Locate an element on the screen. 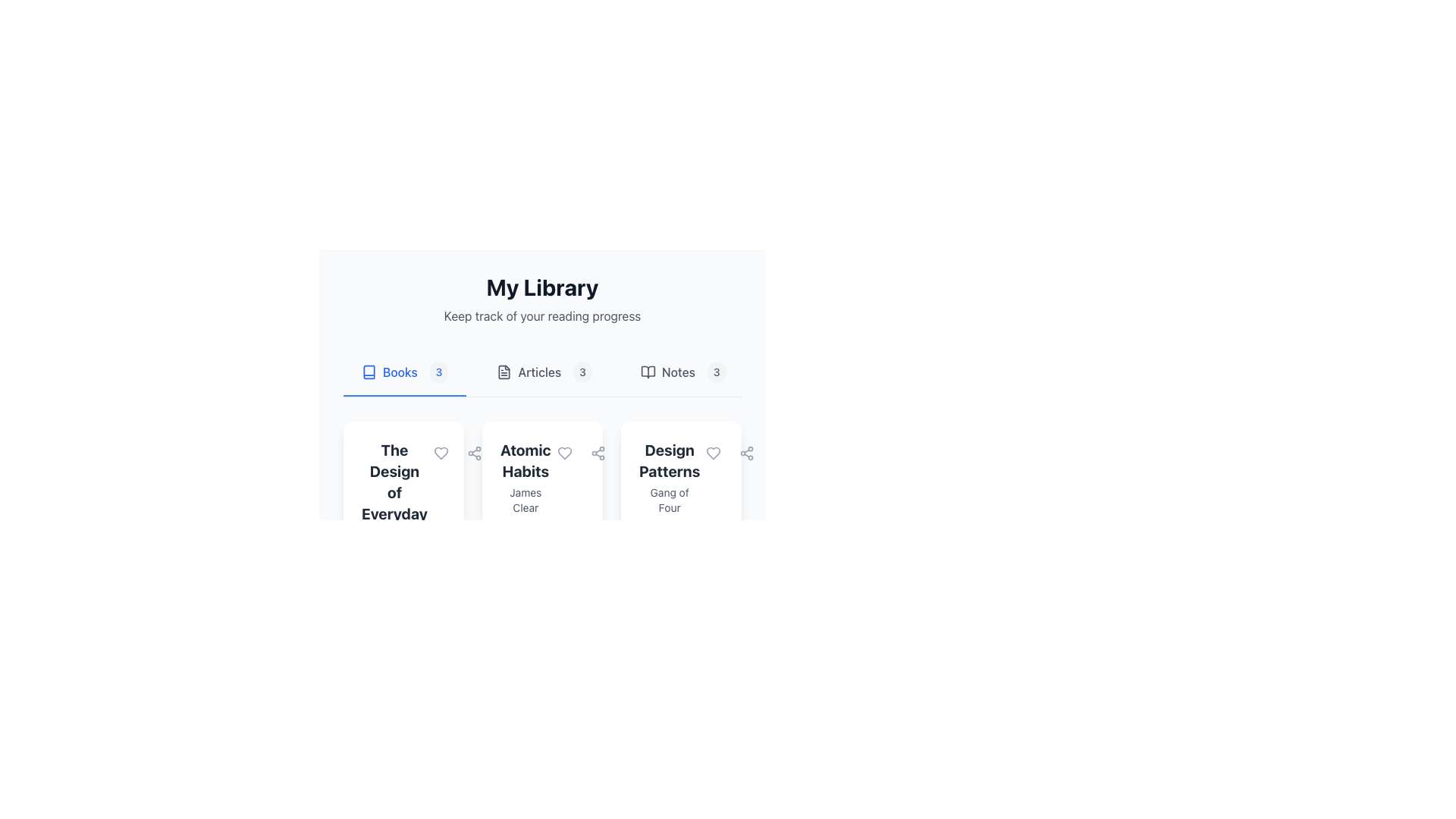 This screenshot has height=819, width=1456. dashboard or overview area located near the top center of the layout, which allows navigation of library contents and checking progress on various sections is located at coordinates (542, 375).